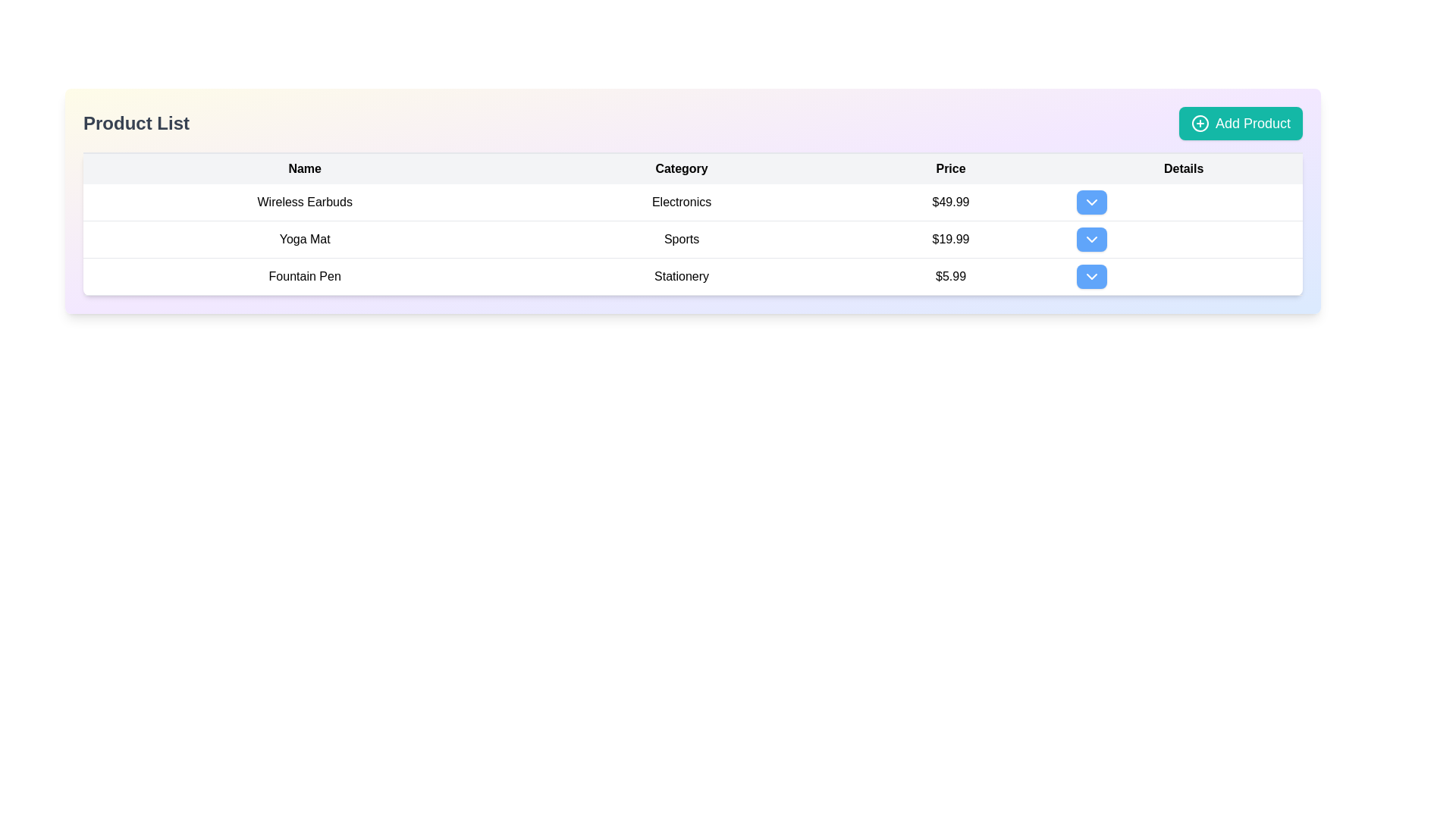 The image size is (1456, 819). I want to click on the chevron-down icon located in the third row of the table under the 'Details' column to indicate interaction, so click(1092, 277).